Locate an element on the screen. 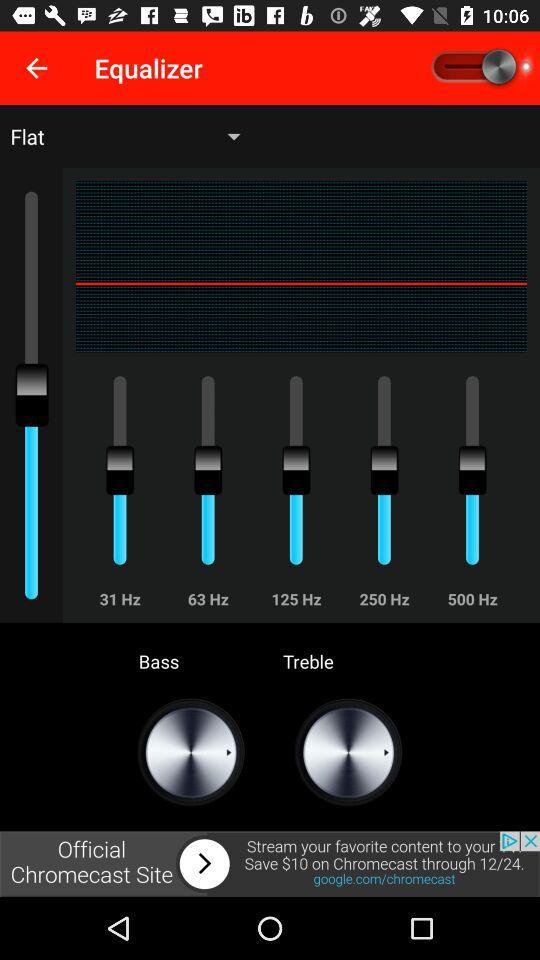  visit this website is located at coordinates (270, 863).